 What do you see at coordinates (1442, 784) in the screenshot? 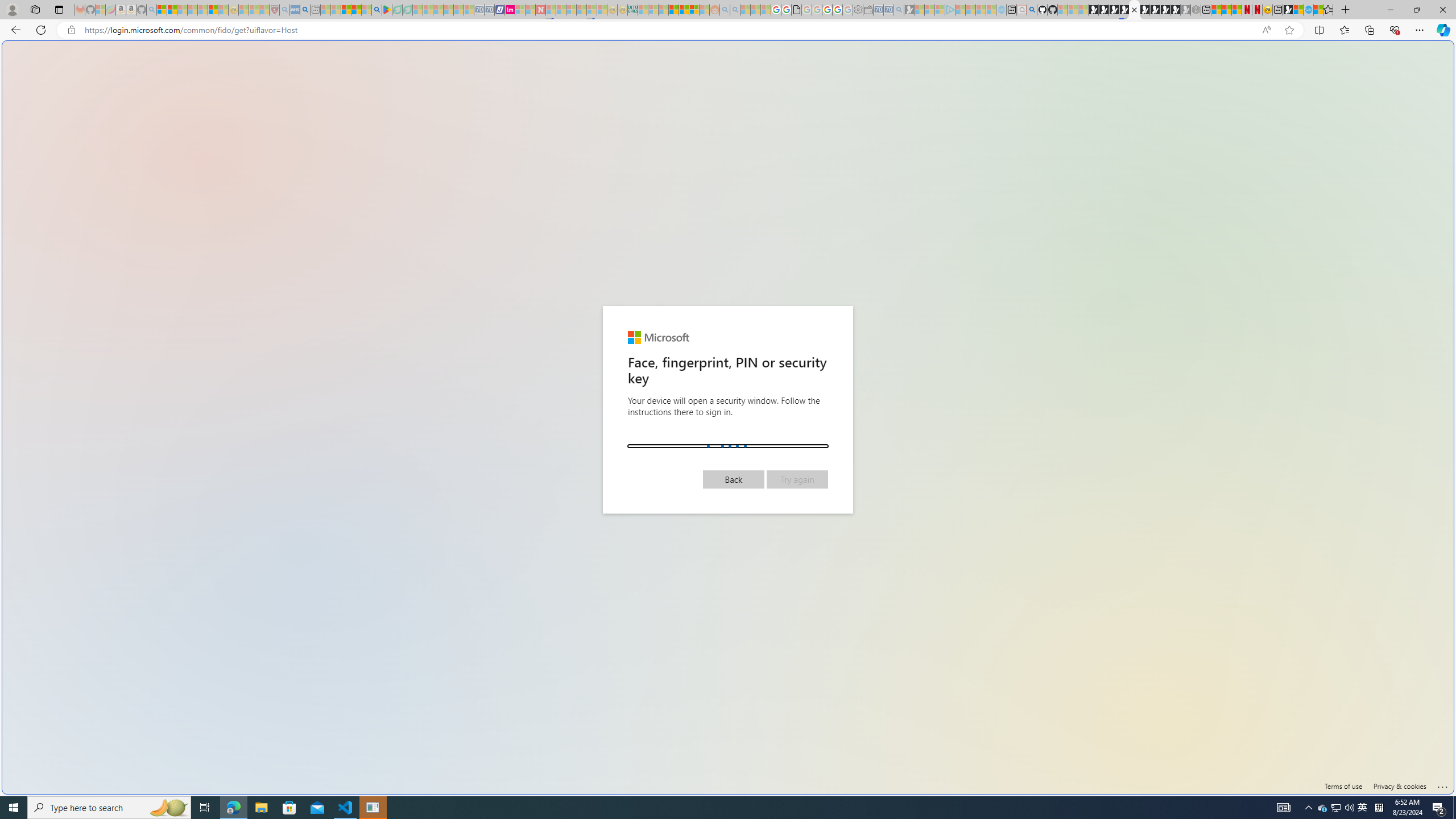
I see `'Click here for troubleshooting information'` at bounding box center [1442, 784].